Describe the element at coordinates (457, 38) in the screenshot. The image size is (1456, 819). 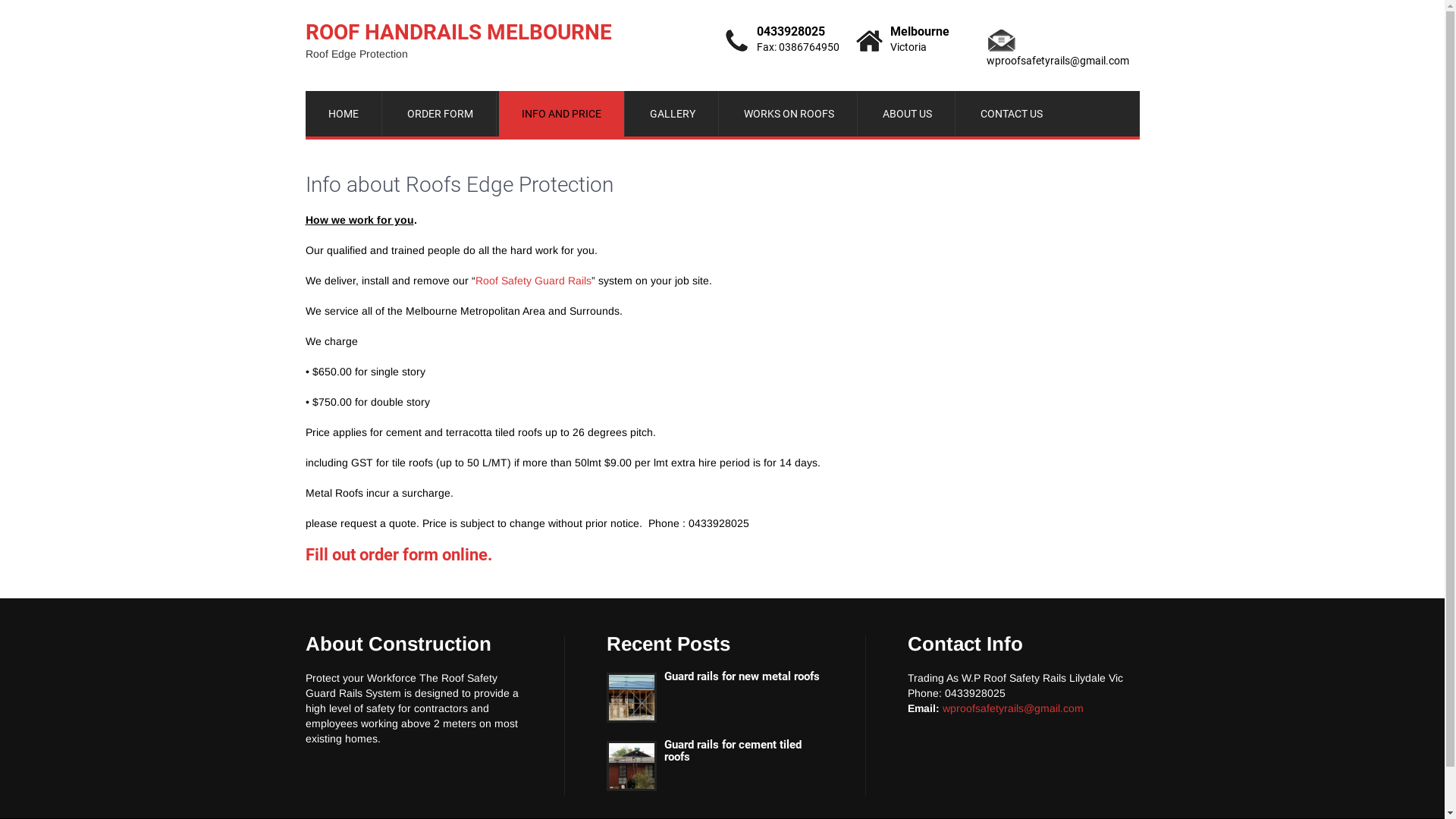
I see `'ROOF HANDRAILS MELBOURNE` at that location.